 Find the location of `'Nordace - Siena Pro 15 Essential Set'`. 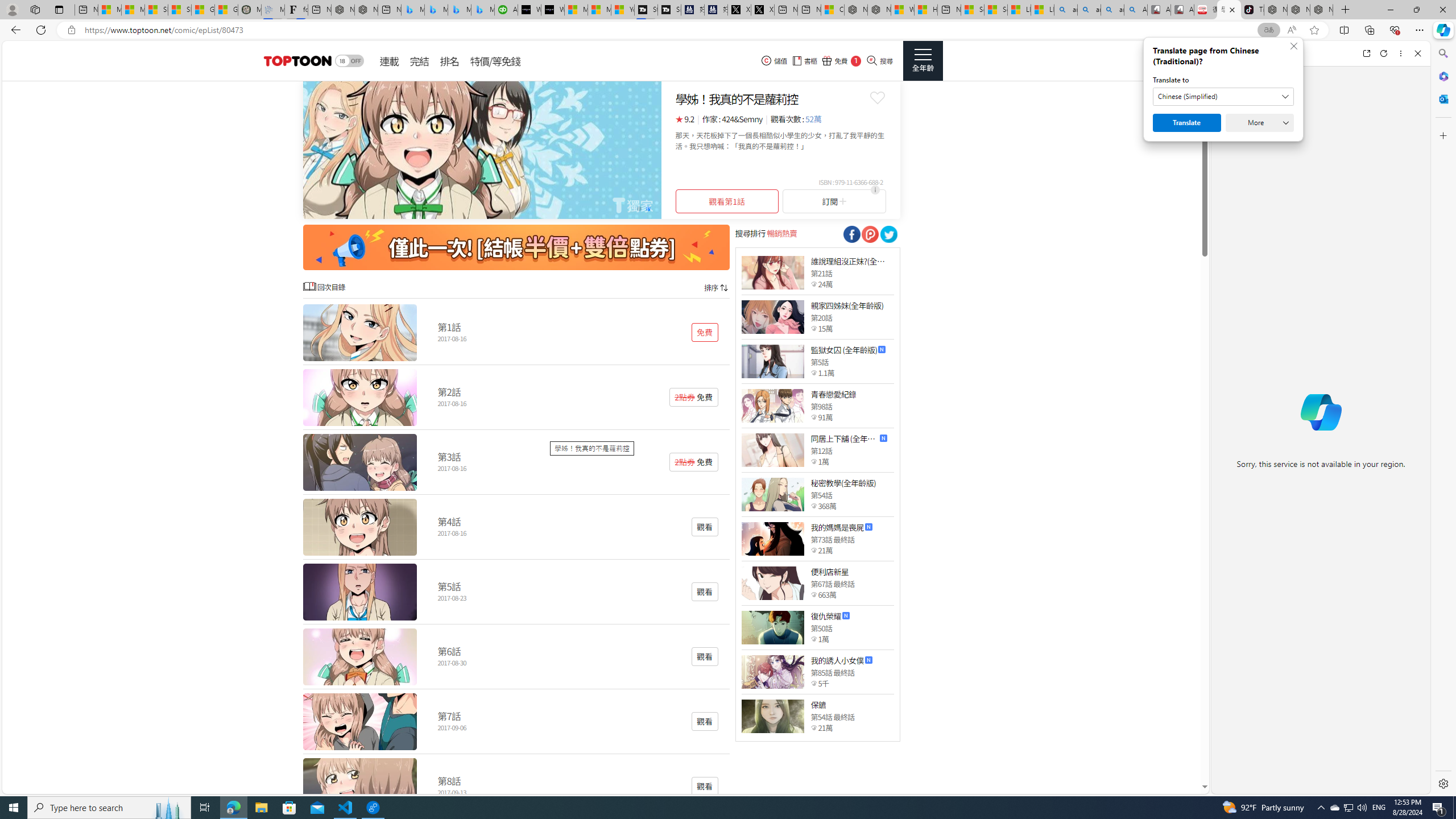

'Nordace - Siena Pro 15 Essential Set' is located at coordinates (1321, 9).